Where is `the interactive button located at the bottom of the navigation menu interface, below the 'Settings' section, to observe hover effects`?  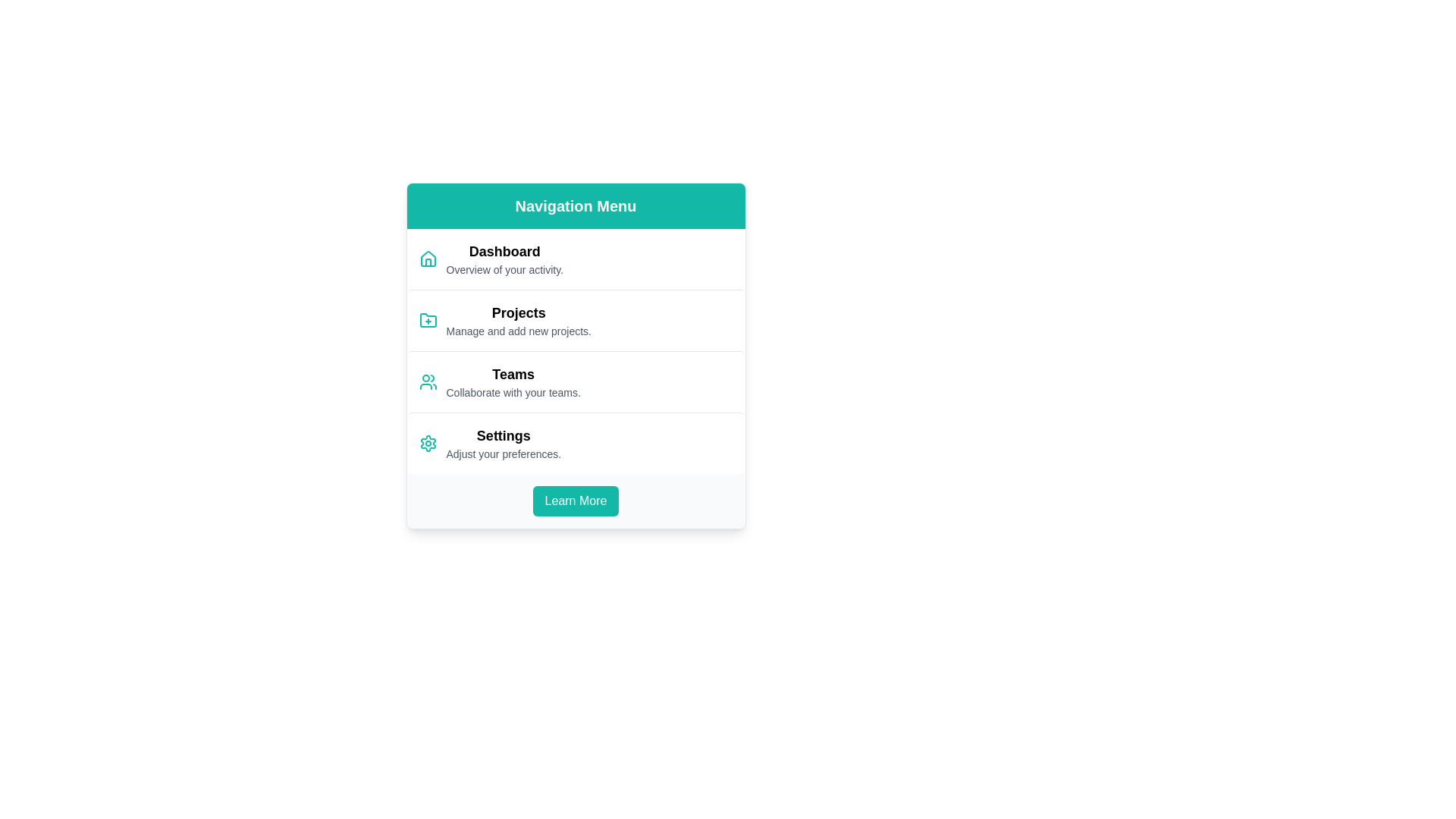
the interactive button located at the bottom of the navigation menu interface, below the 'Settings' section, to observe hover effects is located at coordinates (575, 500).